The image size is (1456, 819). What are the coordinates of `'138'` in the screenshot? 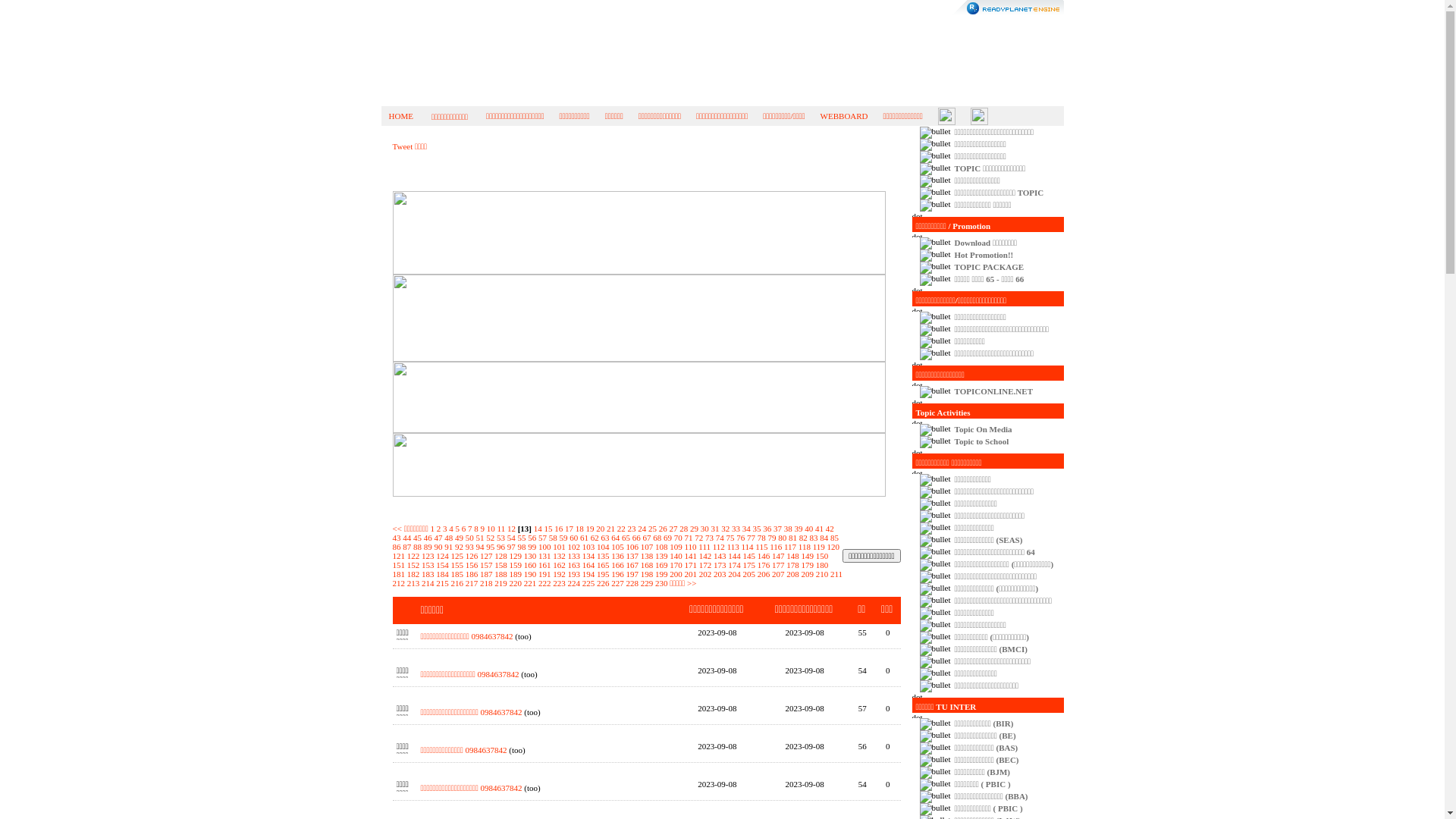 It's located at (647, 555).